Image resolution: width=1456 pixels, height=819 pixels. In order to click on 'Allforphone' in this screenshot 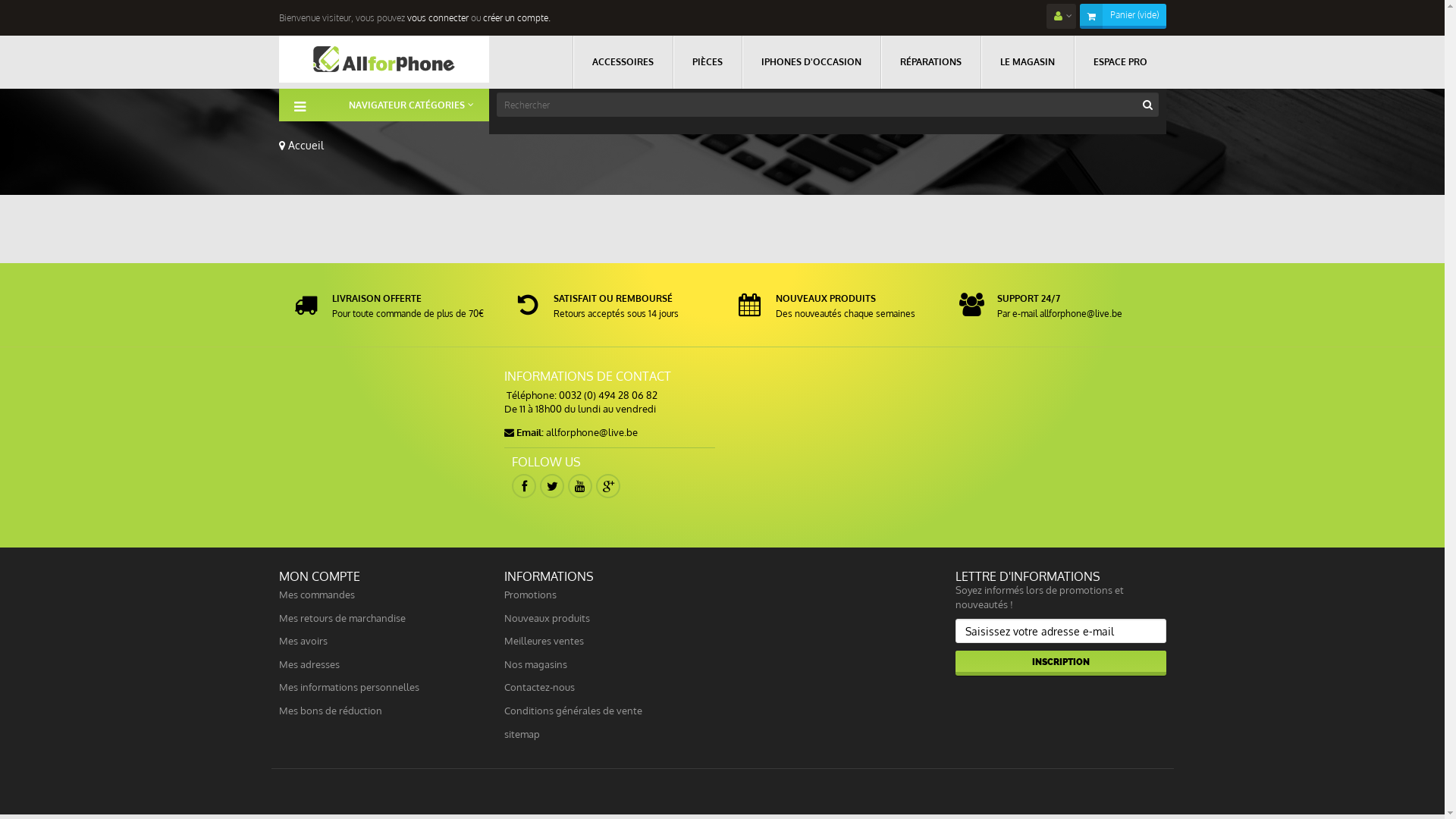, I will do `click(384, 58)`.